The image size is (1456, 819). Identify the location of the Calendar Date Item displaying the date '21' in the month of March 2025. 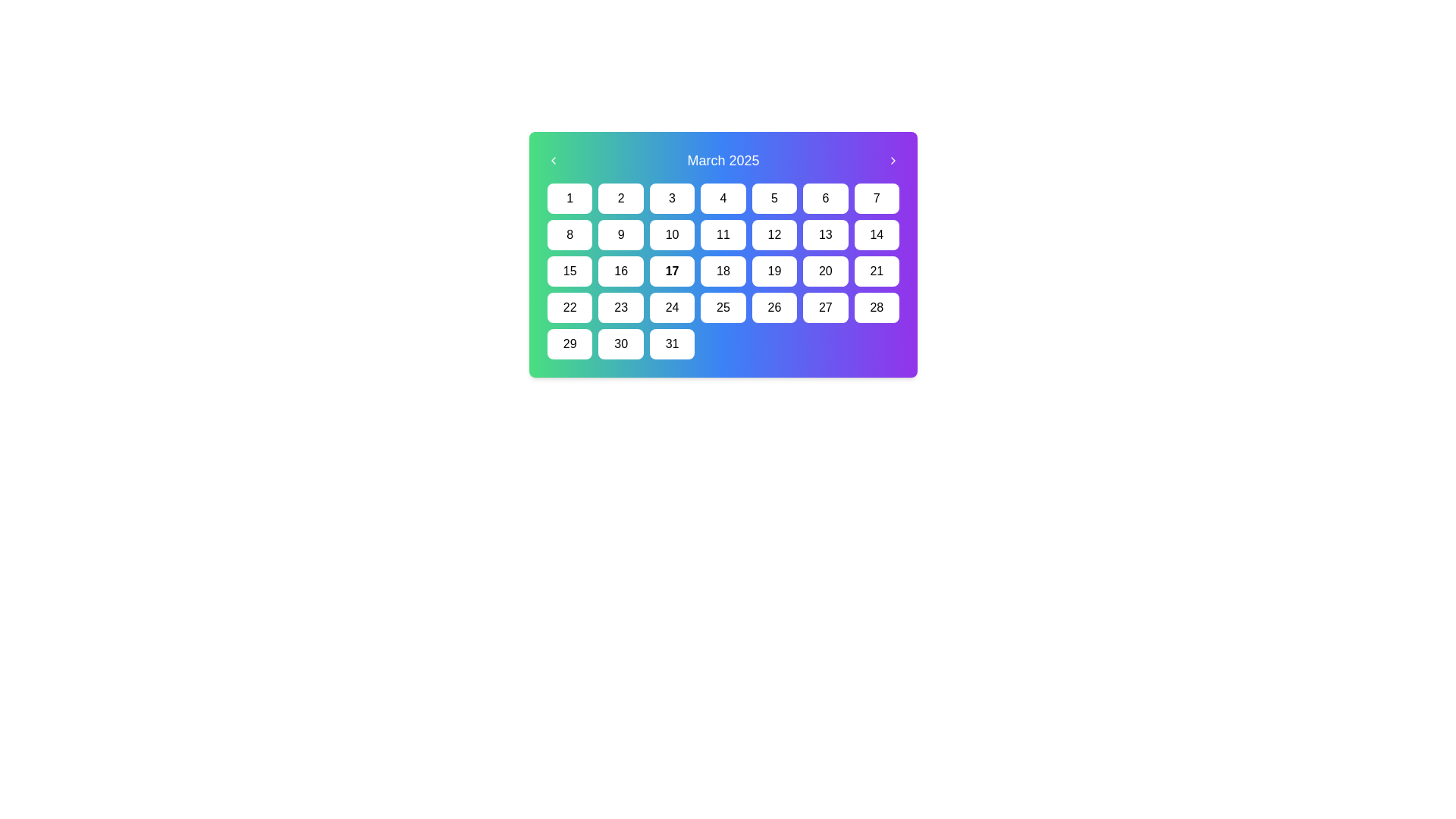
(877, 271).